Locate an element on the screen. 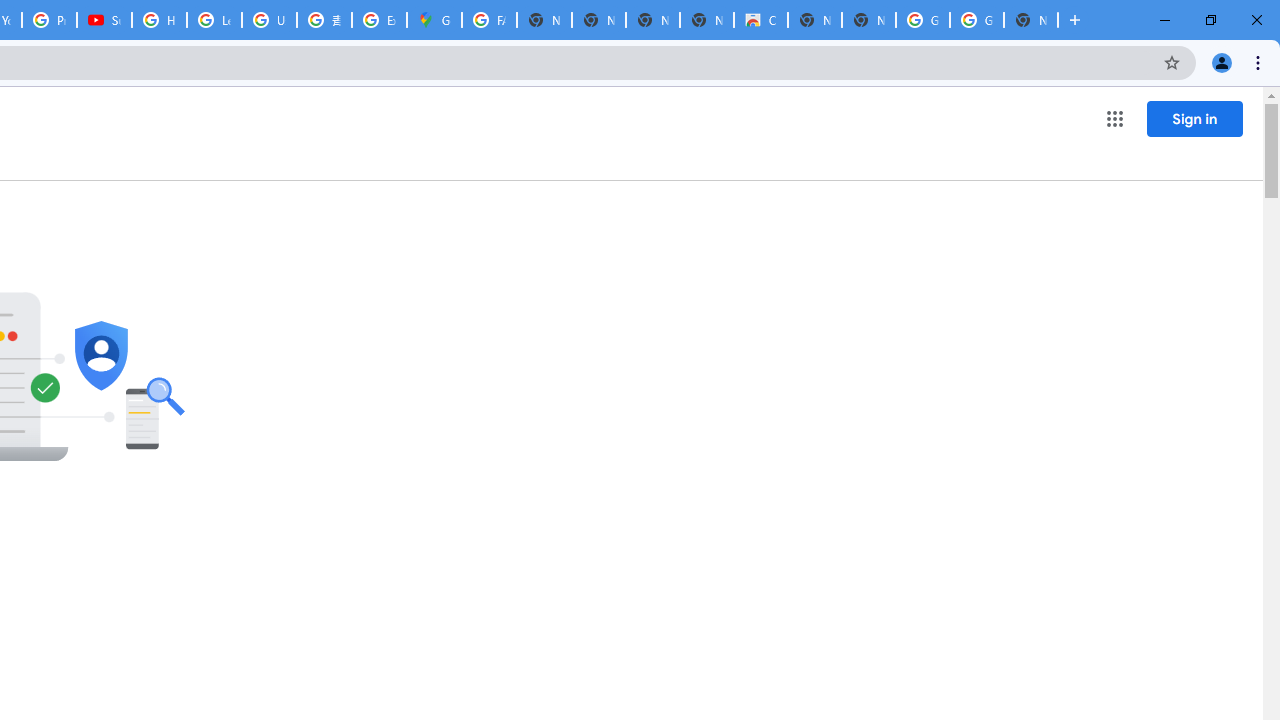  'Chrome Web Store' is located at coordinates (759, 20).